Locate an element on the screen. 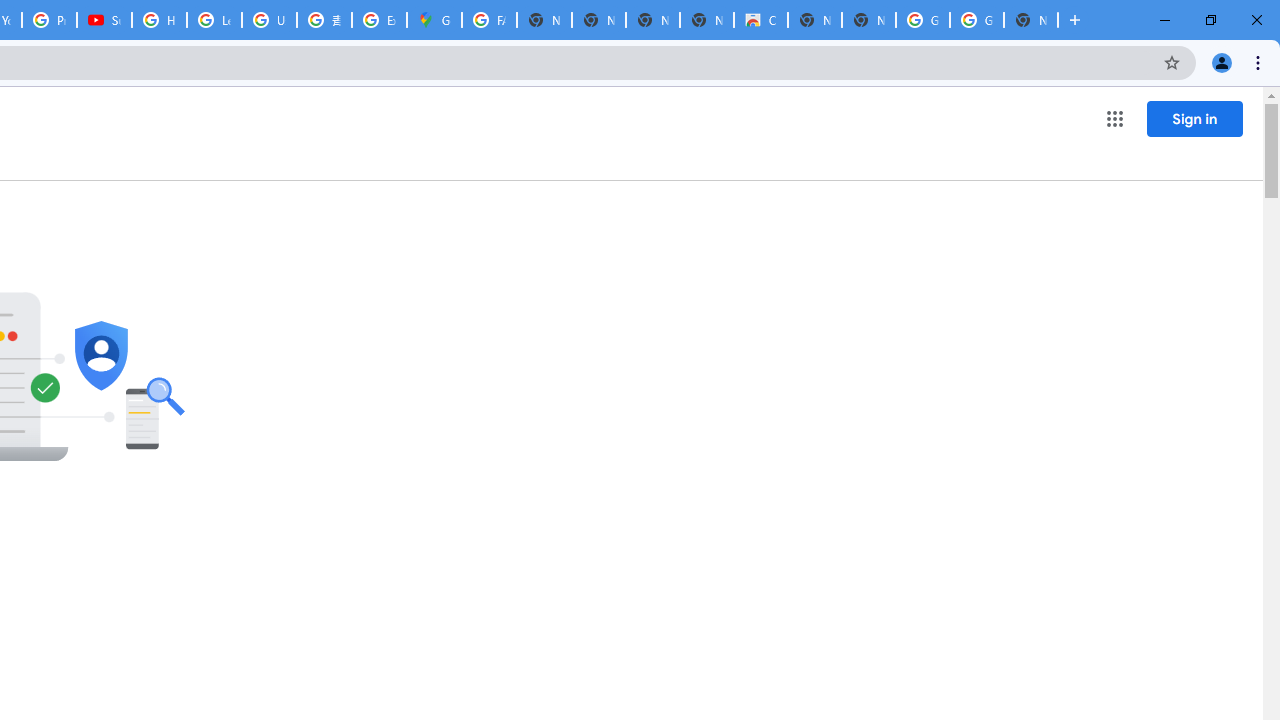  'Chrome Web Store' is located at coordinates (759, 20).